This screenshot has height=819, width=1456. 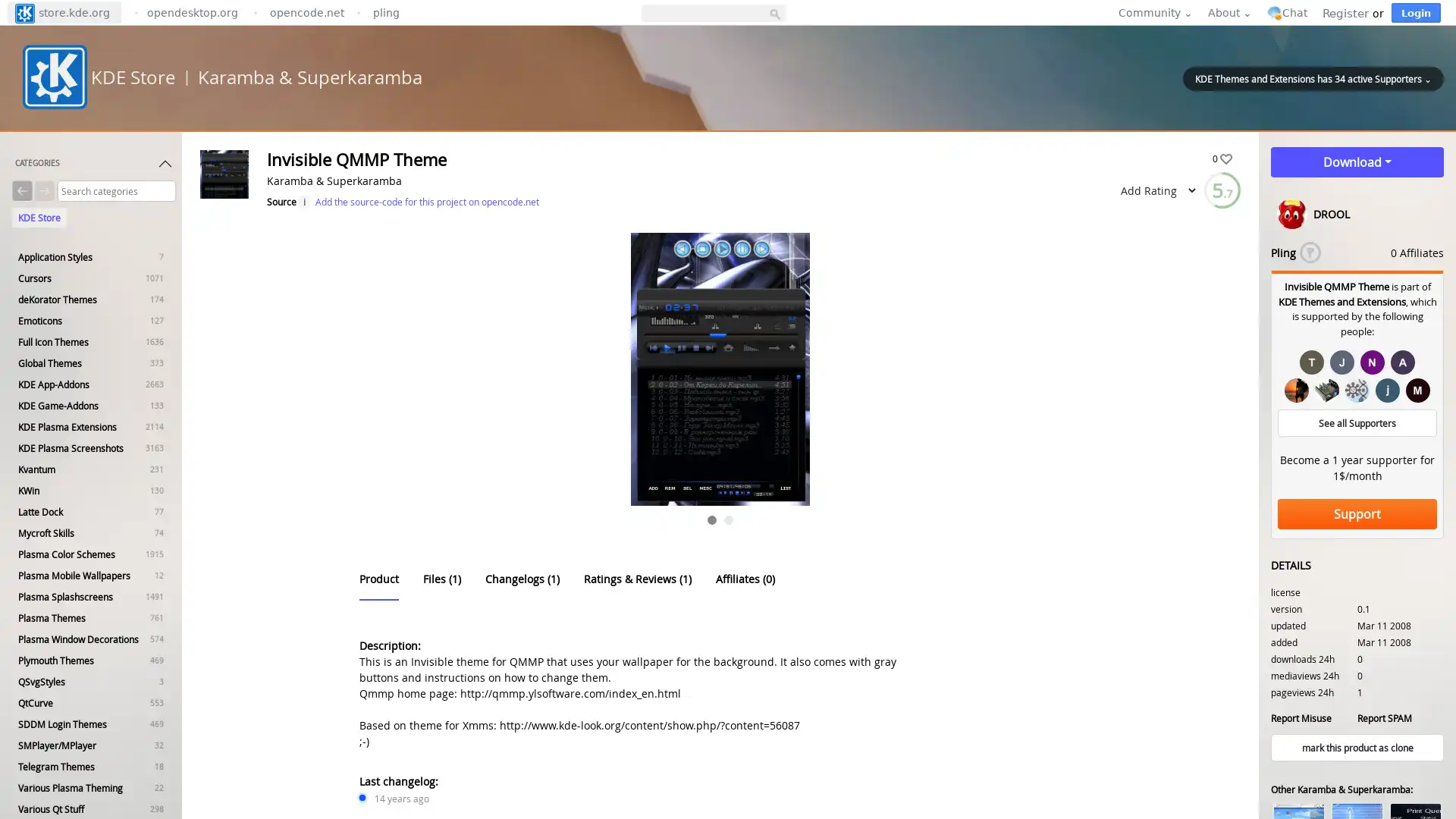 I want to click on CATEGORIES, so click(x=93, y=166).